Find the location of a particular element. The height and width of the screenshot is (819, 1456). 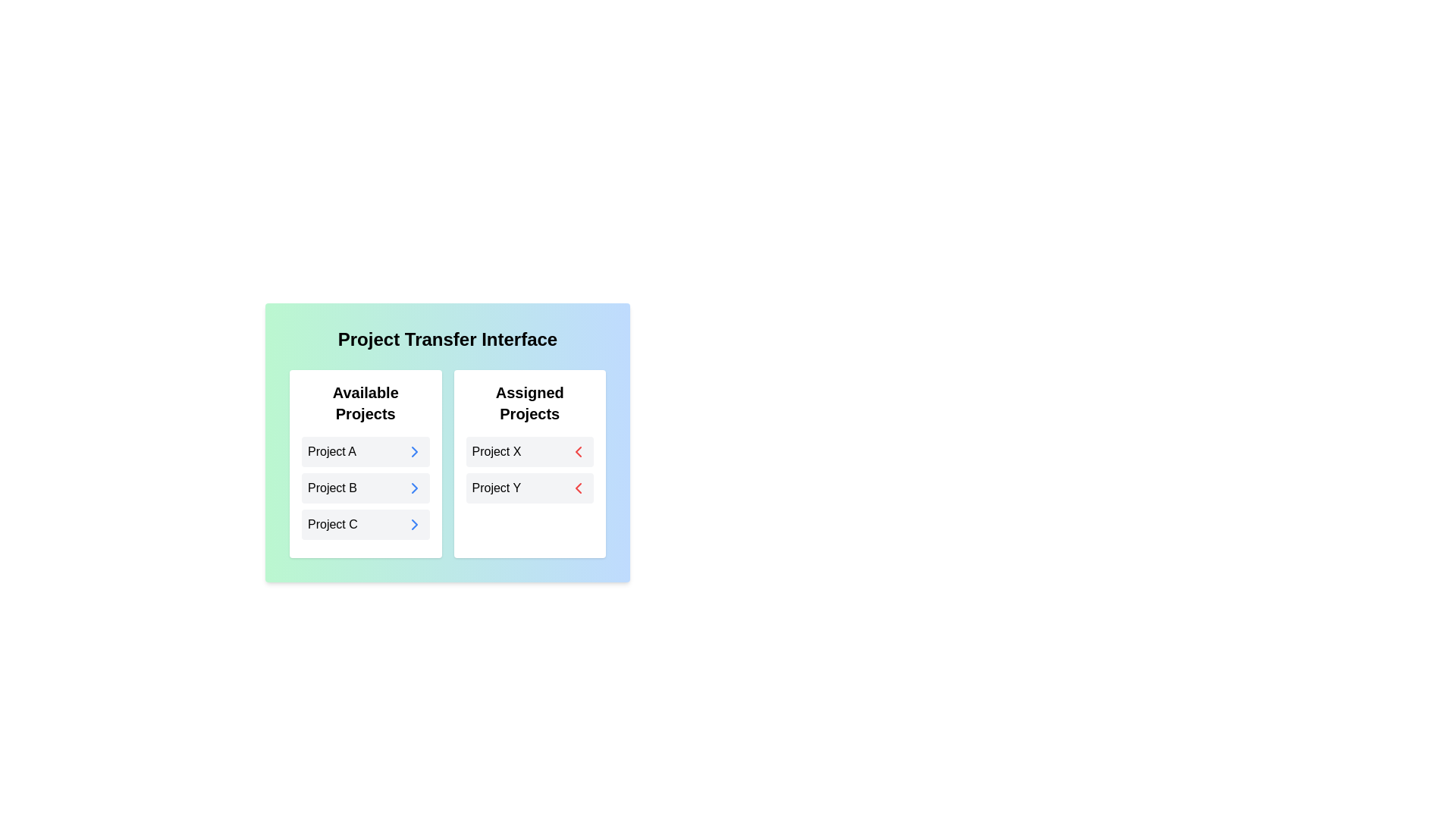

the leftward chevron arrow icon located beside the 'Project X' label in the 'Assigned Projects' section is located at coordinates (578, 488).